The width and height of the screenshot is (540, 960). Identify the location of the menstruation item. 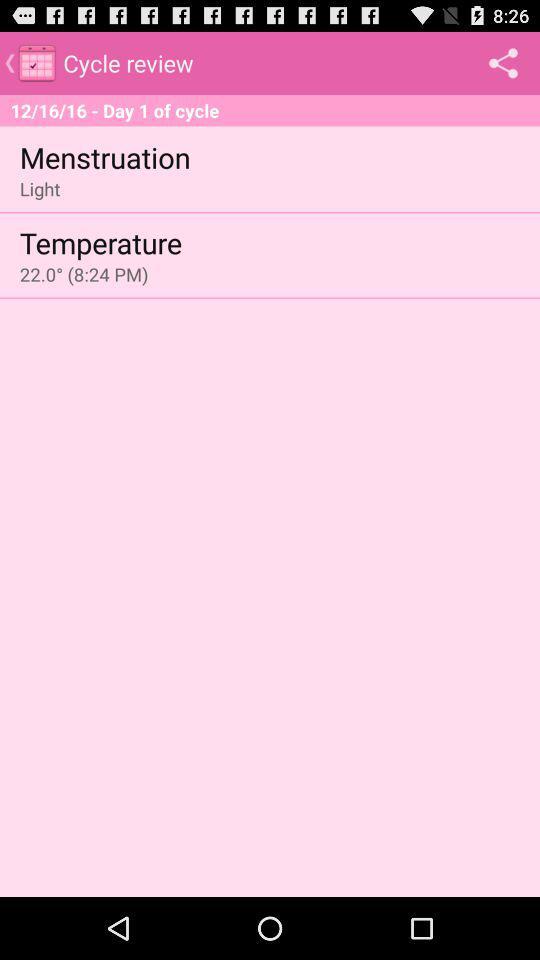
(105, 155).